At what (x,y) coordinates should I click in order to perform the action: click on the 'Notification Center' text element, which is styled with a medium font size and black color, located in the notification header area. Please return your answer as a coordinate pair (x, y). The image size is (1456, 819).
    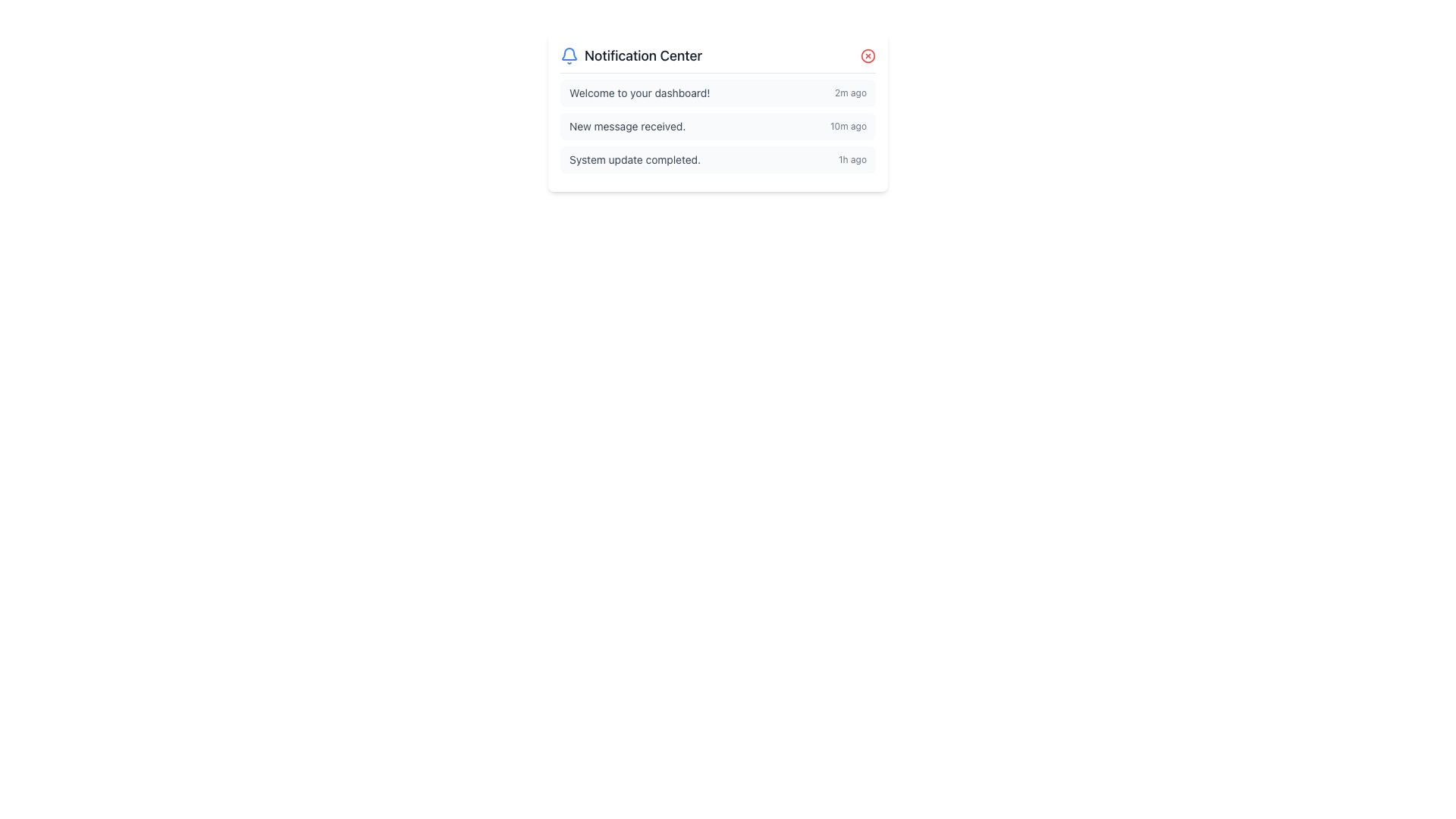
    Looking at the image, I should click on (643, 55).